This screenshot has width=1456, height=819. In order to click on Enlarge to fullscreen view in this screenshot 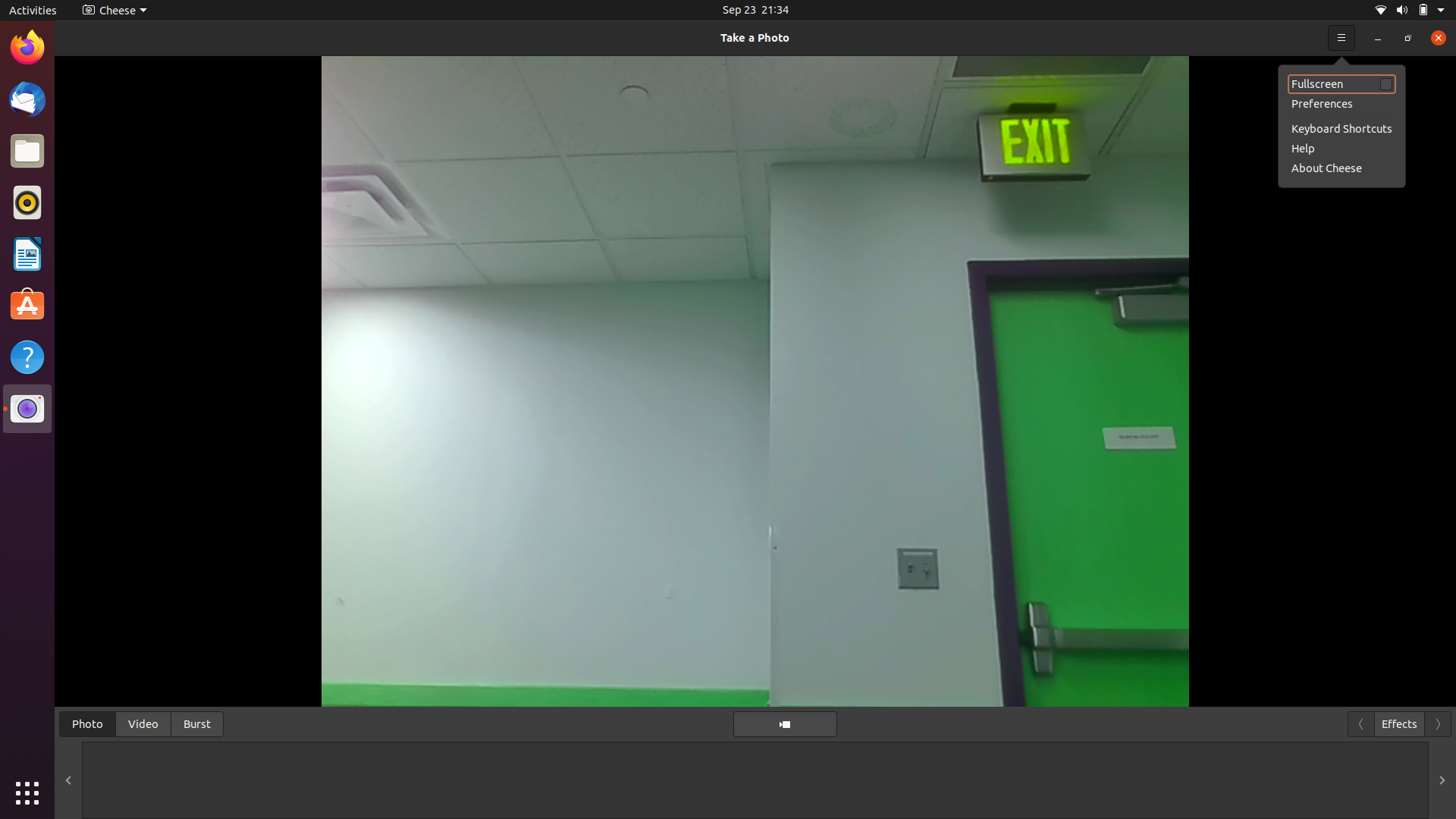, I will do `click(1341, 83)`.